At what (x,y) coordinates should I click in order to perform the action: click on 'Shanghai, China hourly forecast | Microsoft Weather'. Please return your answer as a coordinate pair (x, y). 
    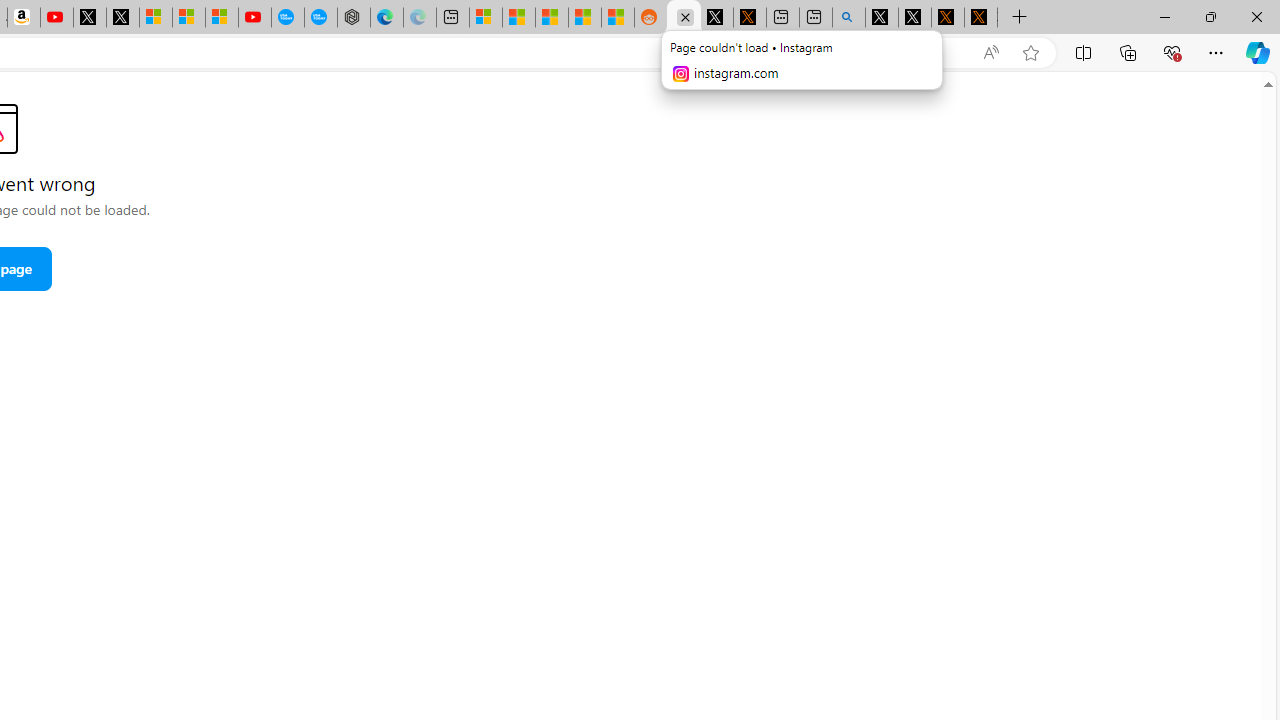
    Looking at the image, I should click on (552, 17).